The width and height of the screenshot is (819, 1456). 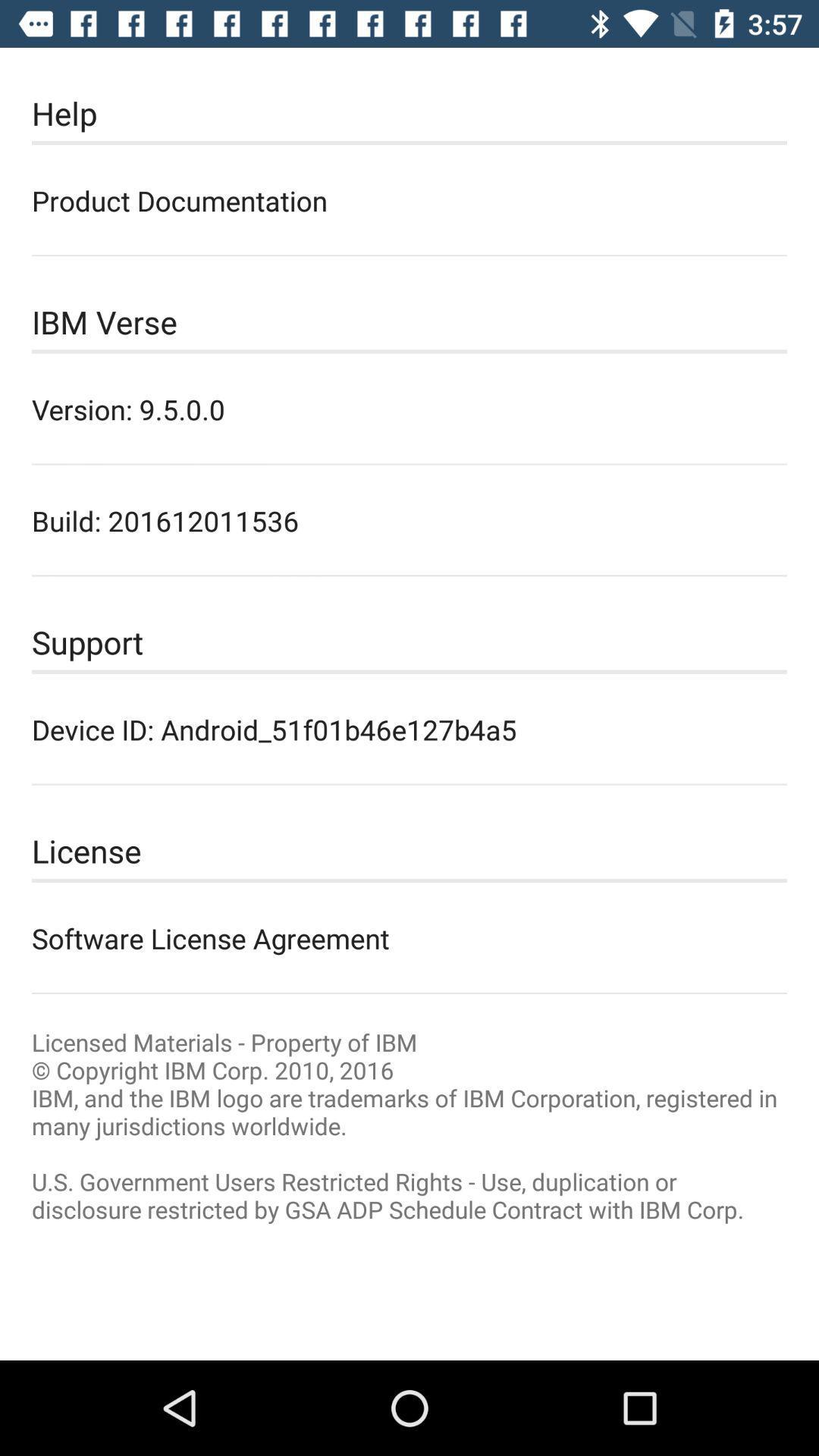 What do you see at coordinates (409, 199) in the screenshot?
I see `icon above the ibm verse item` at bounding box center [409, 199].